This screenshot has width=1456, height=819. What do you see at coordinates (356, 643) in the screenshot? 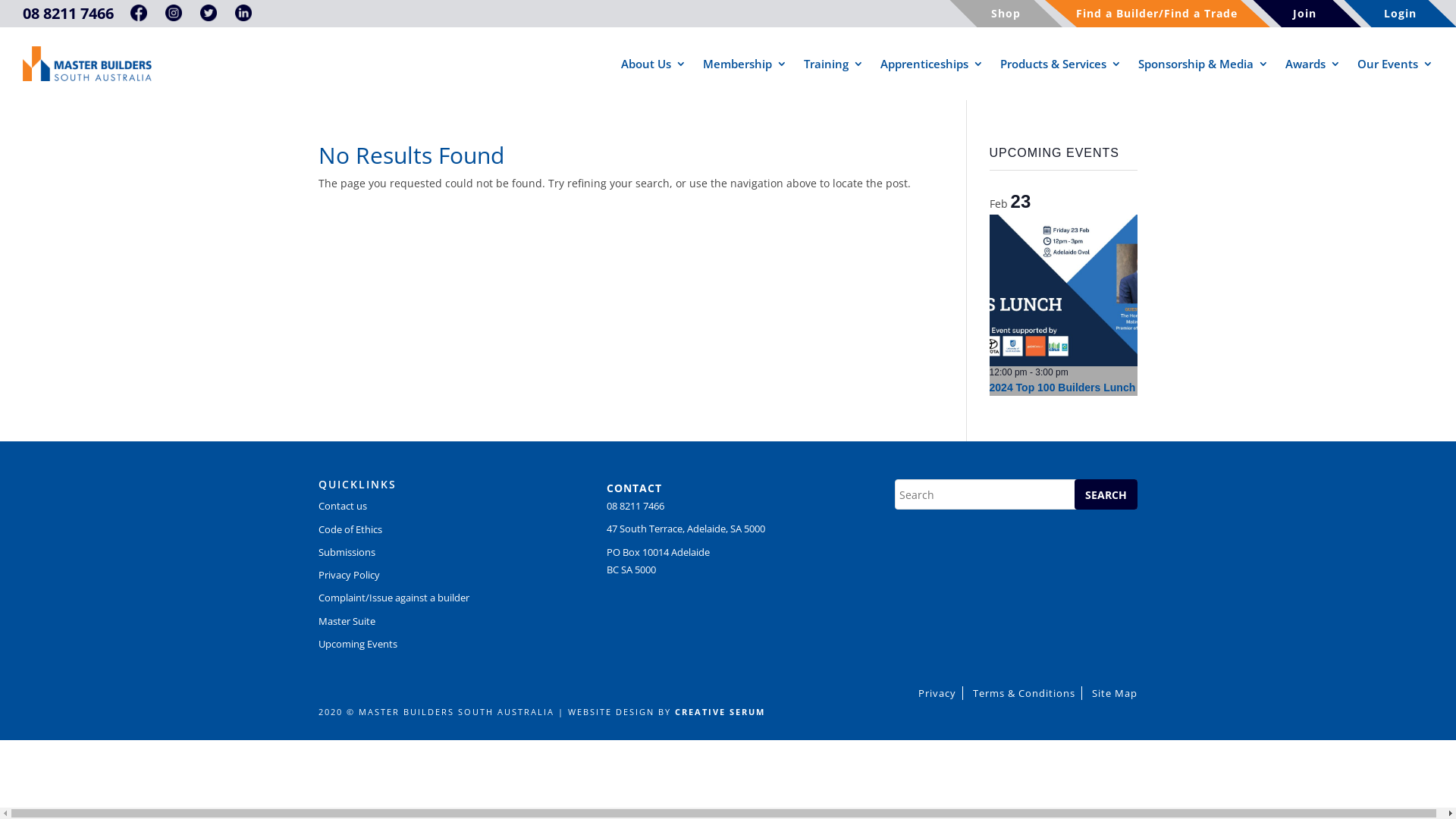
I see `'Upcoming Events'` at bounding box center [356, 643].